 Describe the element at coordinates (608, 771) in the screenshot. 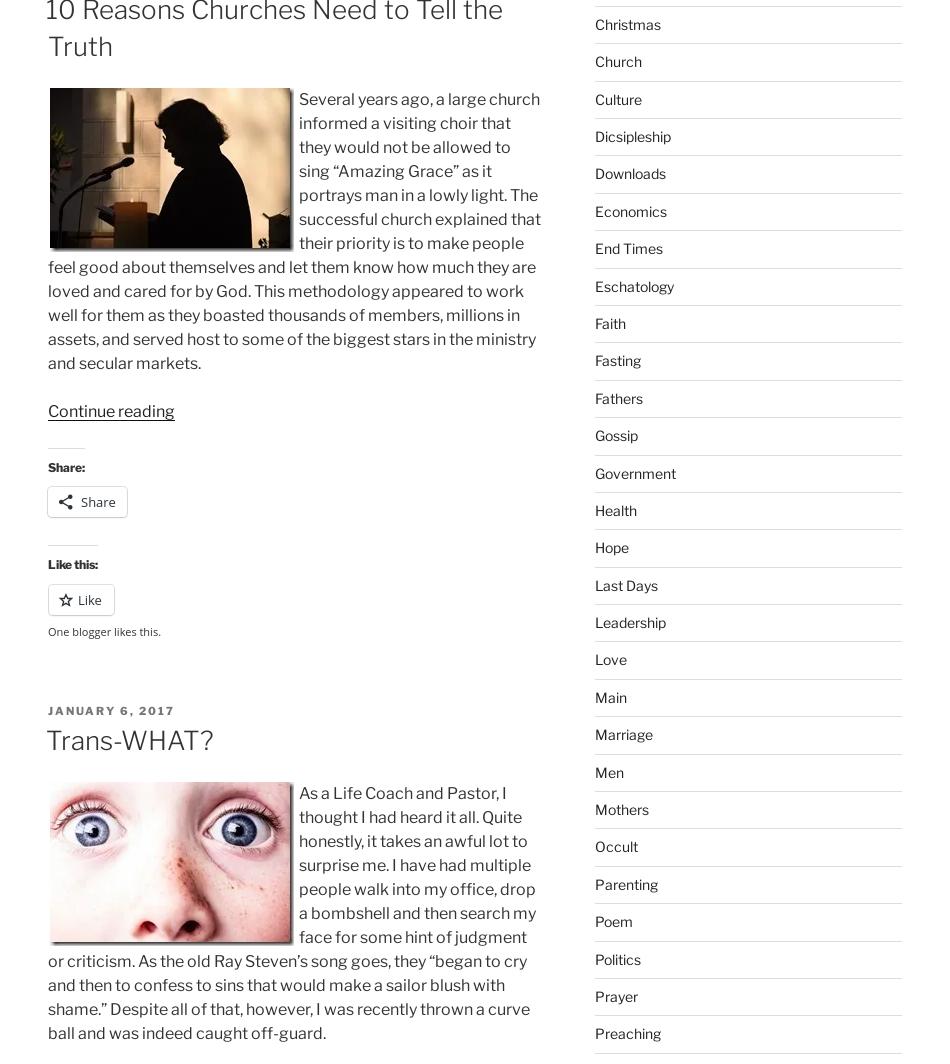

I see `'Men'` at that location.